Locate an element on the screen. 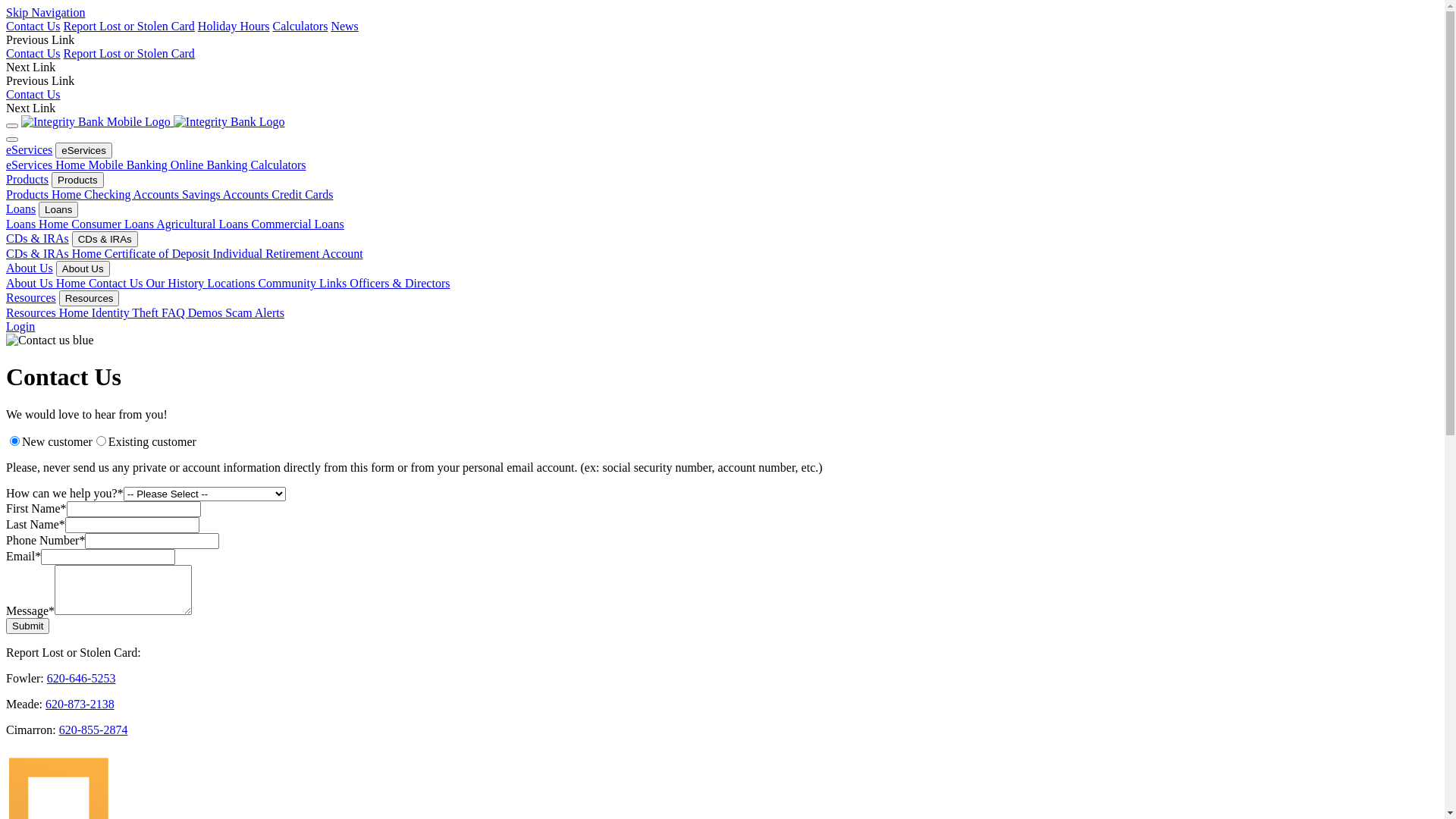 The width and height of the screenshot is (1456, 819). 'Resources' is located at coordinates (89, 298).